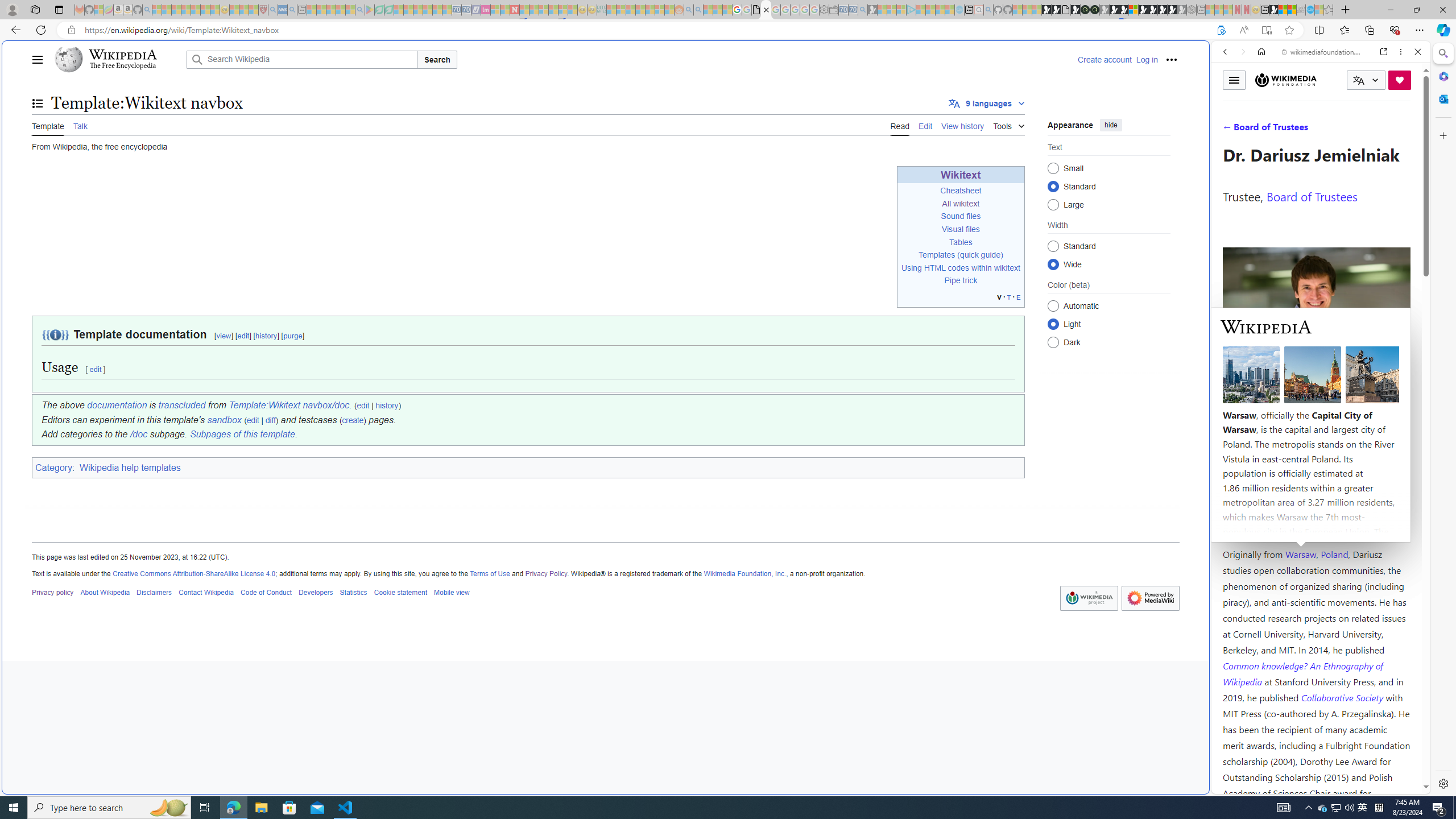 The height and width of the screenshot is (819, 1456). Describe the element at coordinates (960, 174) in the screenshot. I see `'Wikitext'` at that location.